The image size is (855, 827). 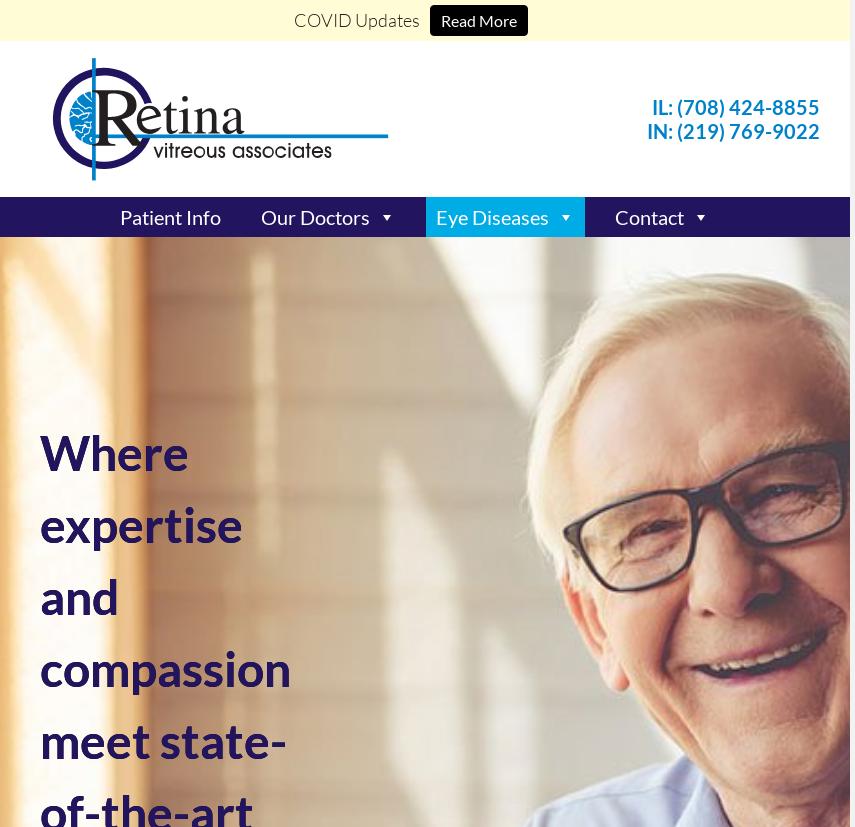 What do you see at coordinates (492, 217) in the screenshot?
I see `'Eye Diseases'` at bounding box center [492, 217].